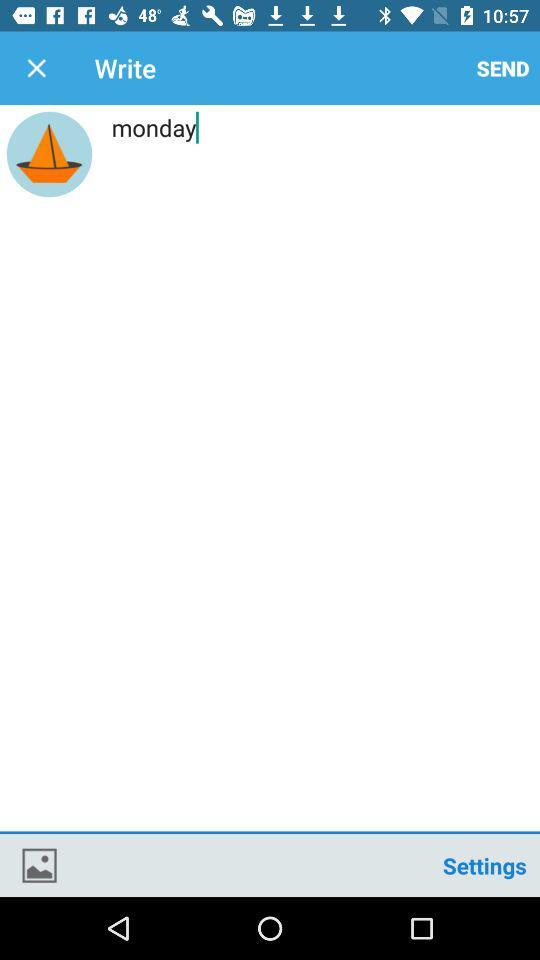  What do you see at coordinates (502, 68) in the screenshot?
I see `the item next to write item` at bounding box center [502, 68].